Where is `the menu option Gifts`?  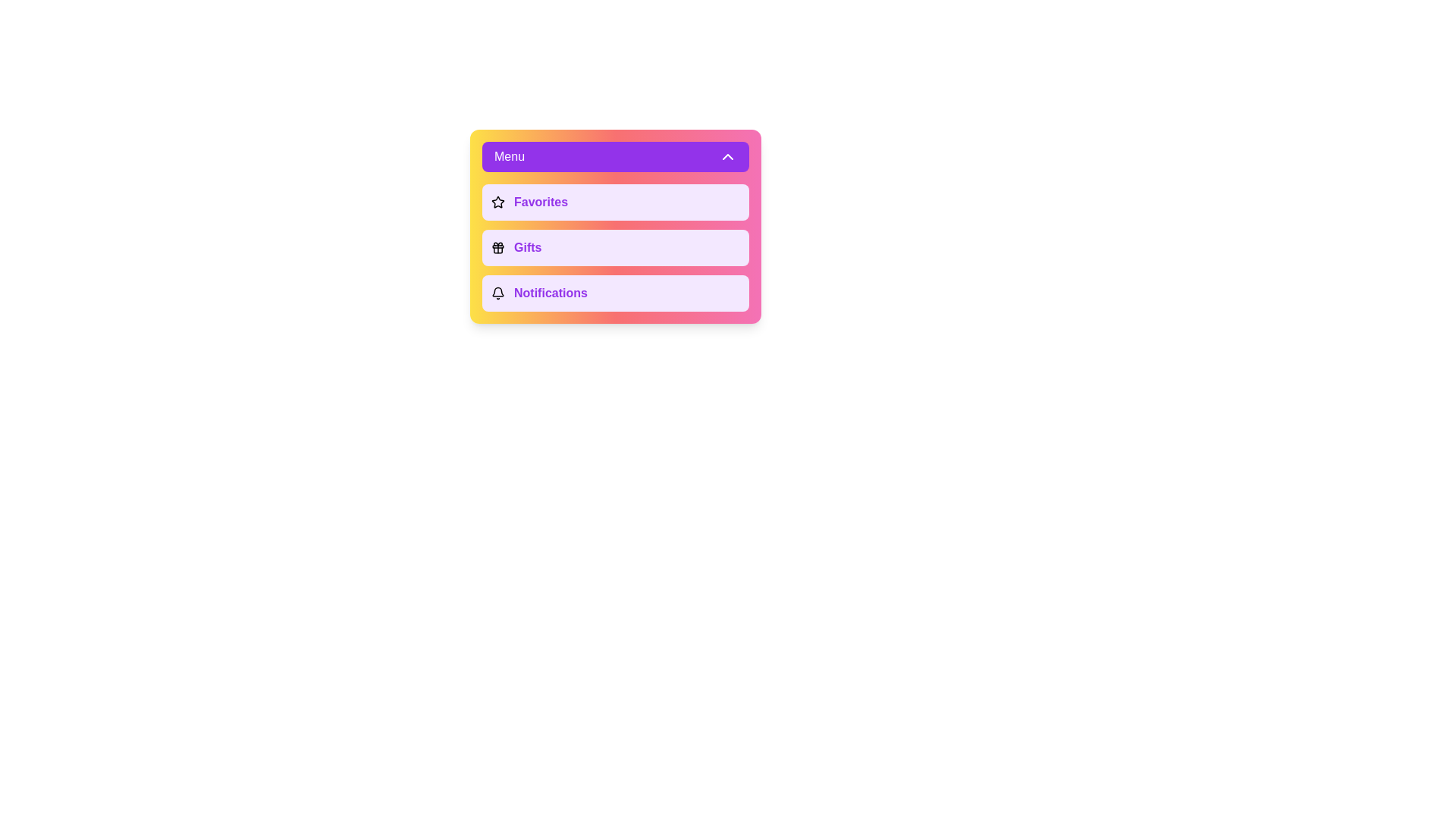
the menu option Gifts is located at coordinates (615, 247).